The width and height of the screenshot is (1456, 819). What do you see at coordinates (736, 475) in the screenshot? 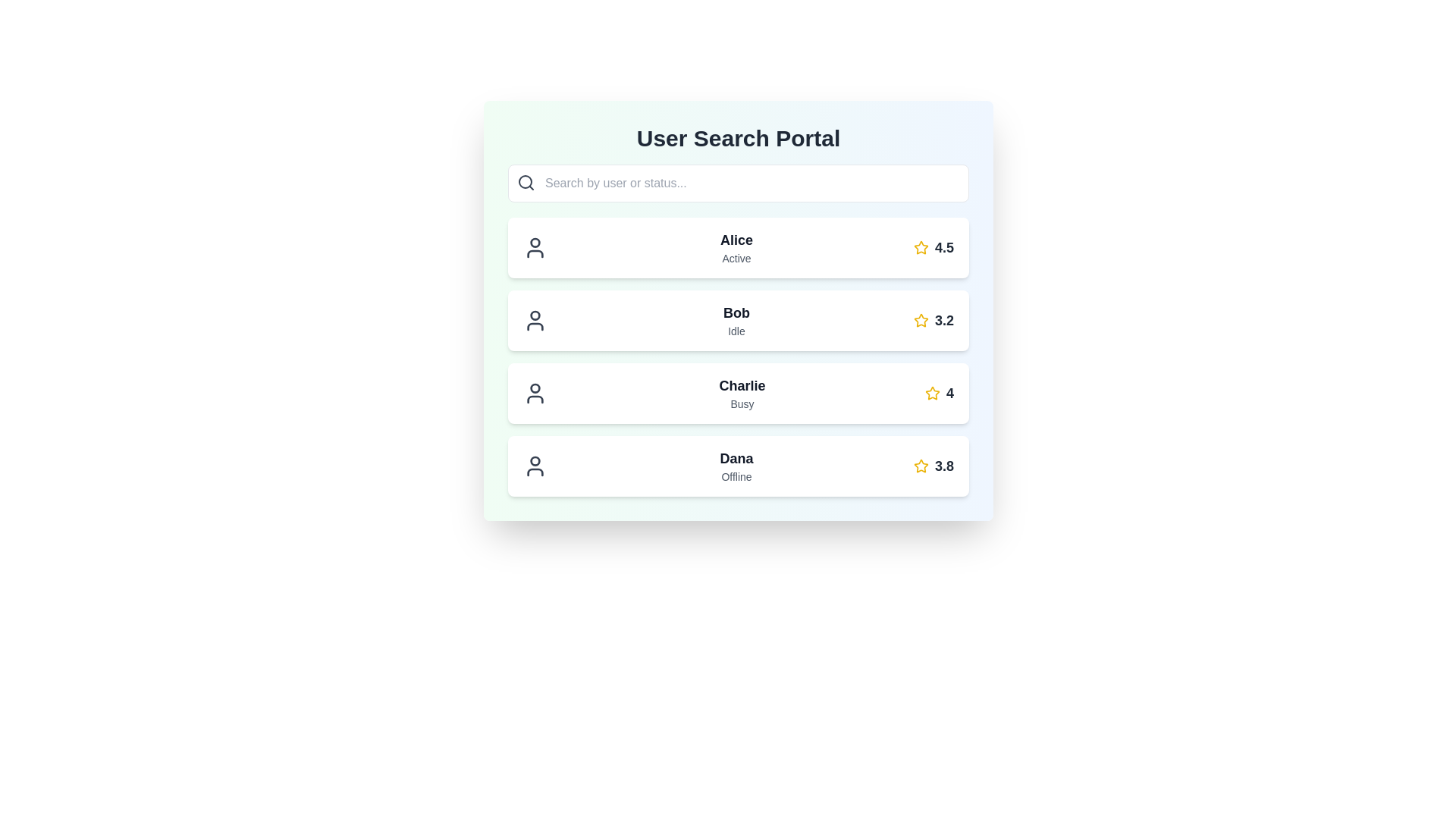
I see `the Text Label indicating that user 'Dana' is currently offline, which is located below the name 'Dana' and to the left of the rating score '3.8' in the fourth user entry` at bounding box center [736, 475].